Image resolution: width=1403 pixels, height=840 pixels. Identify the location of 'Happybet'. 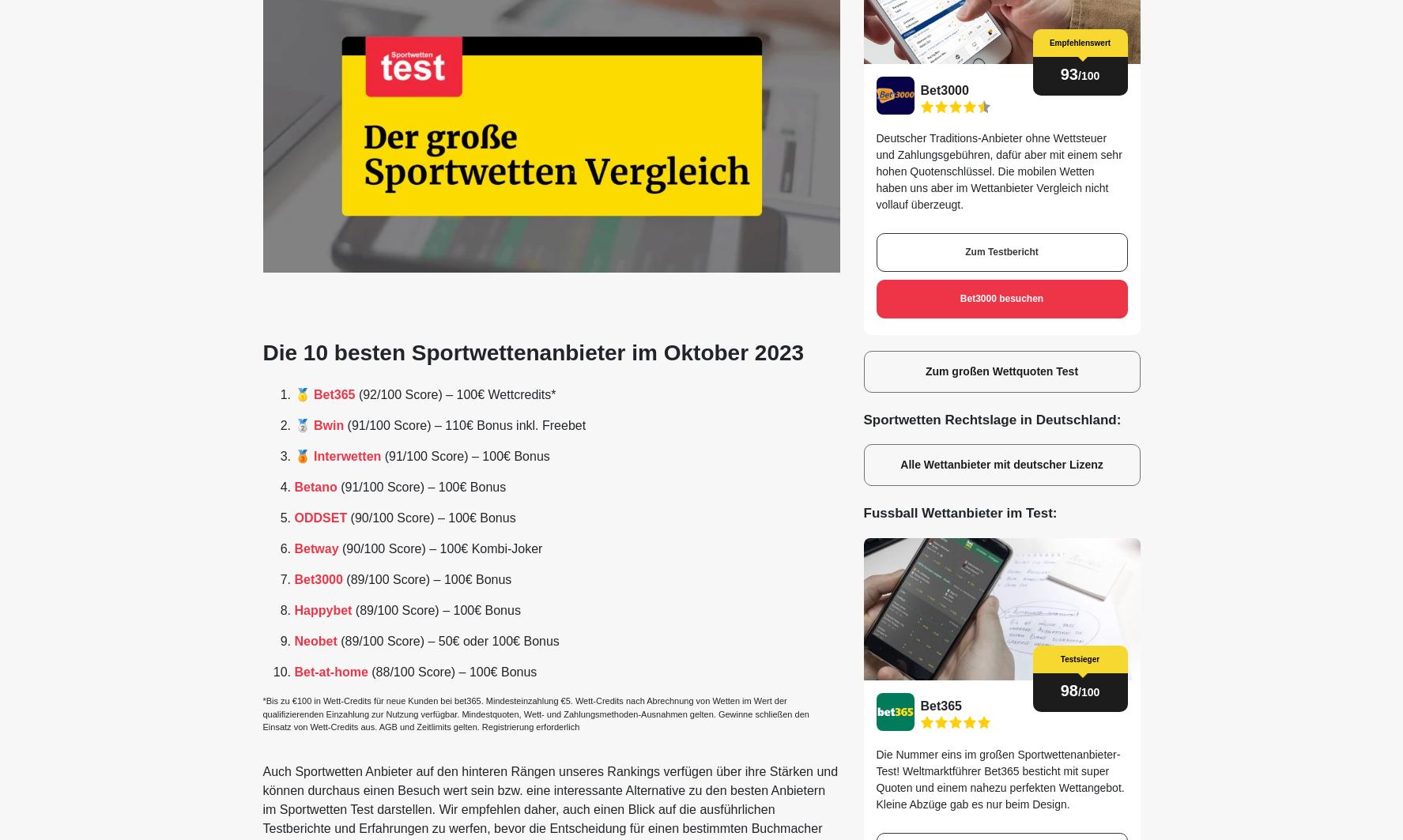
(293, 609).